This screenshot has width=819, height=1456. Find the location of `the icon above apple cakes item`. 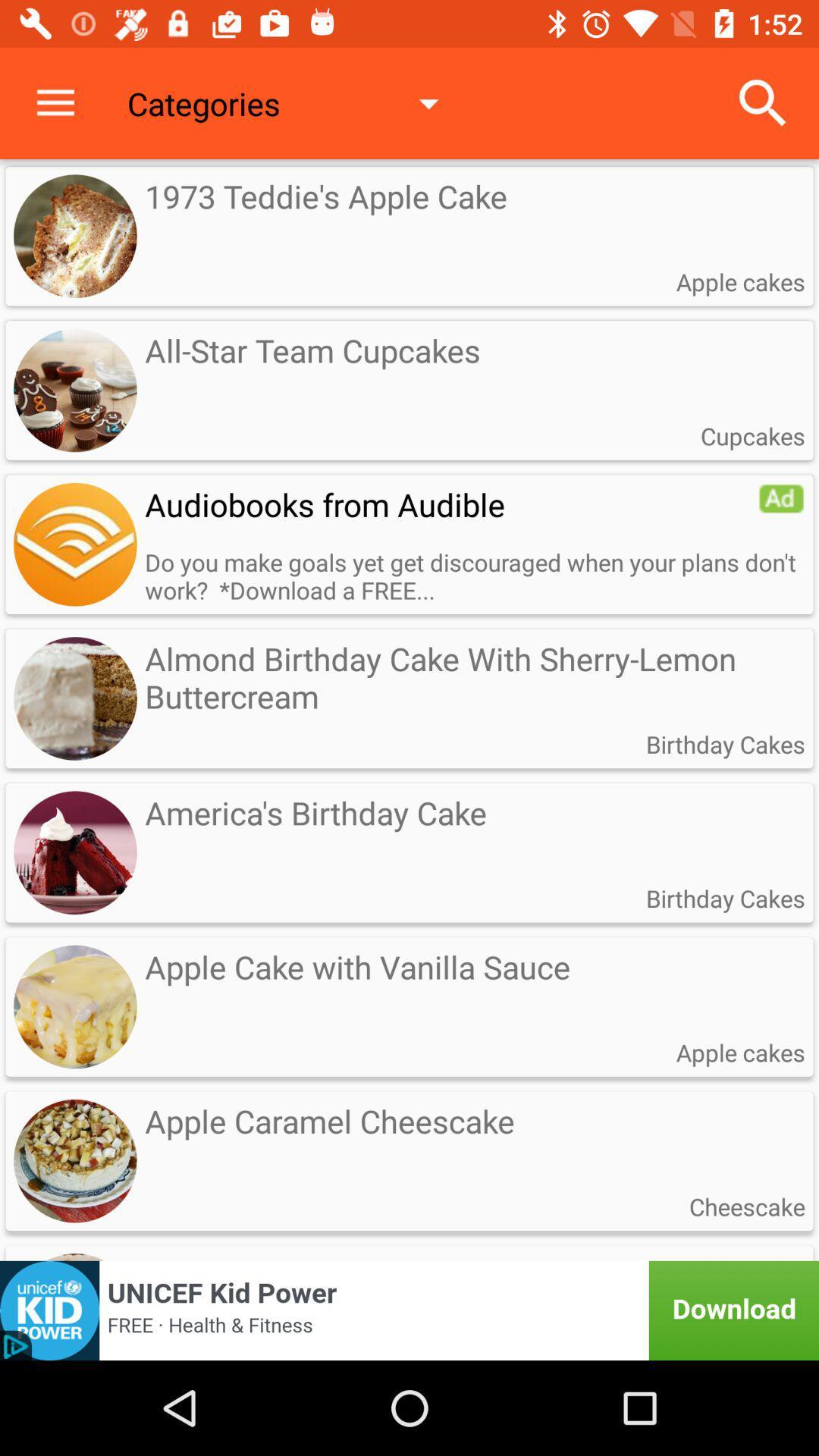

the icon above apple cakes item is located at coordinates (763, 102).